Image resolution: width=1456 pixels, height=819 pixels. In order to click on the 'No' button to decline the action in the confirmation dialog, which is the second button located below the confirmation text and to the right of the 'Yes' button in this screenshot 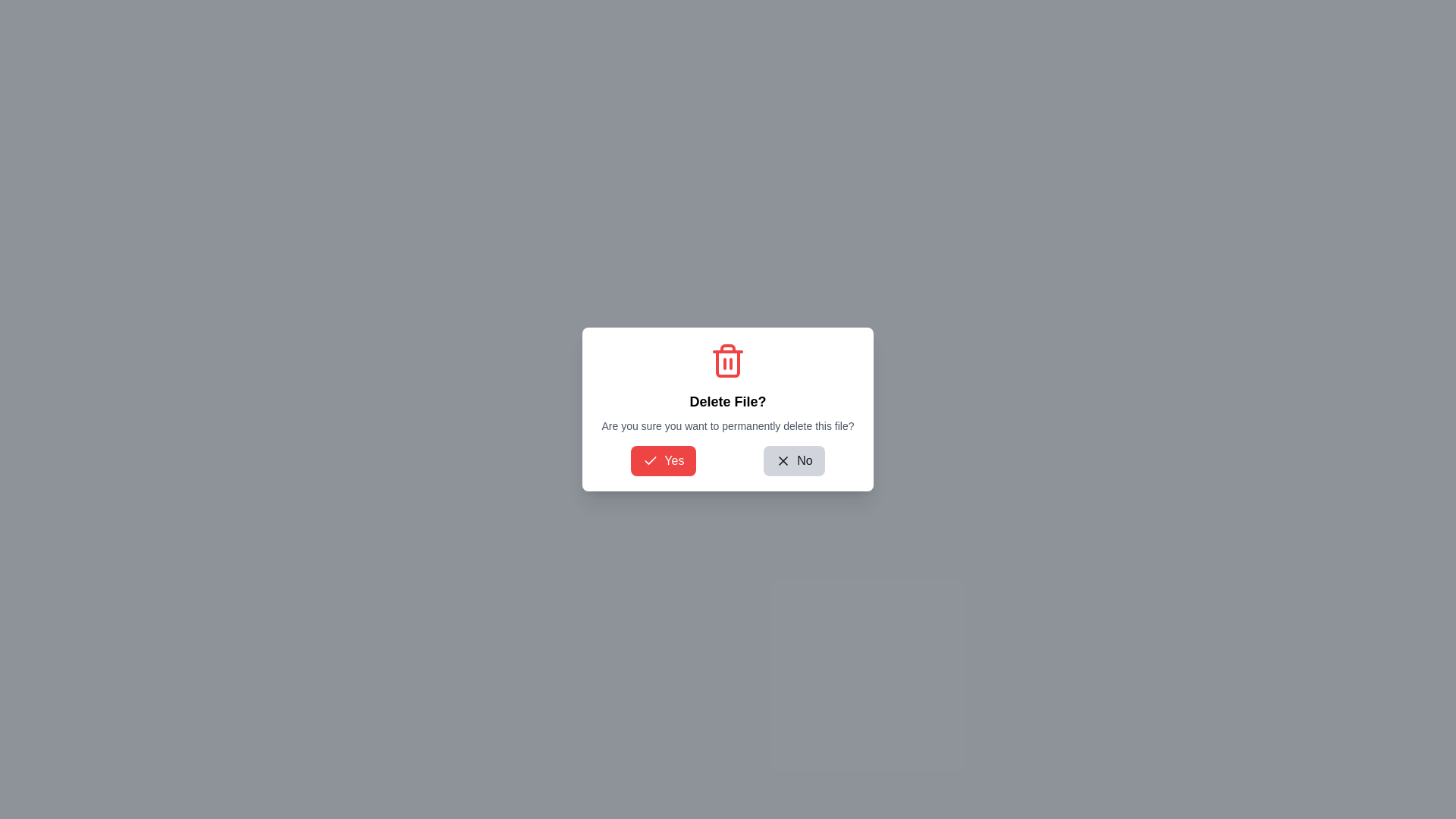, I will do `click(793, 460)`.